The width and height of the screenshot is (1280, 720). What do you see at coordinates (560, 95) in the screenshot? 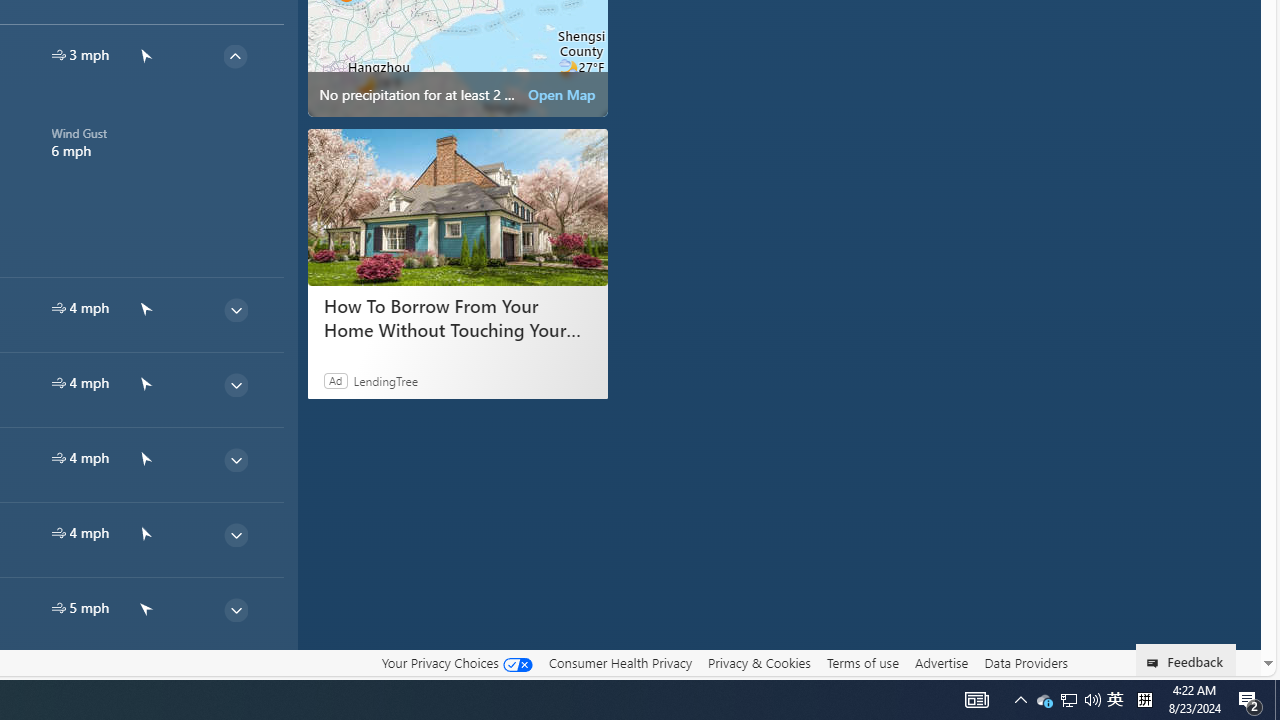
I see `'Open Map'` at bounding box center [560, 95].